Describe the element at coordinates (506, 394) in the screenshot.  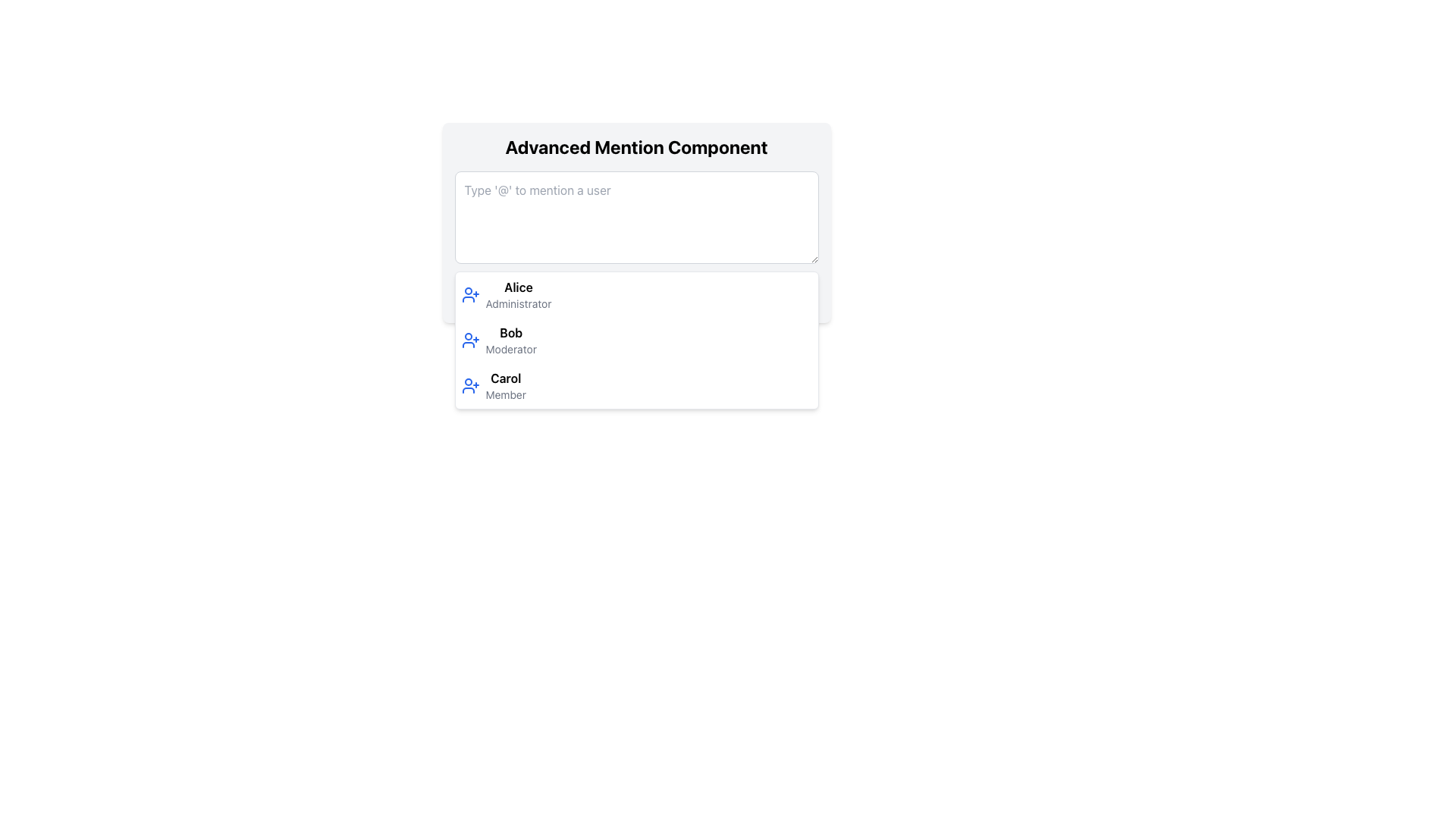
I see `the non-interactive text label that describes the role of the user named 'Carol', positioned directly below her name in the user listing` at that location.